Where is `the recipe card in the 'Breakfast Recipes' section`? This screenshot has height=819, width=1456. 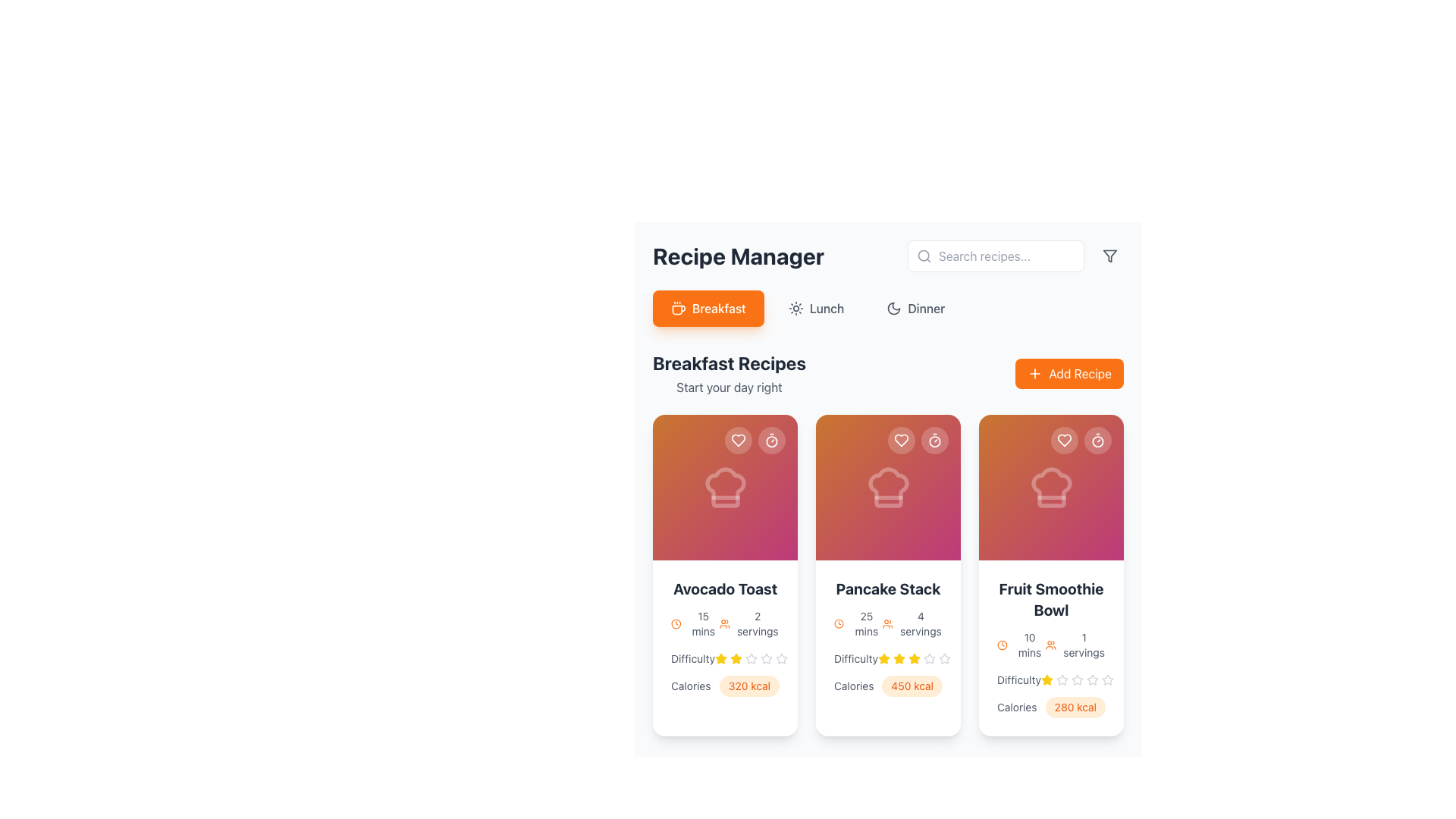 the recipe card in the 'Breakfast Recipes' section is located at coordinates (888, 576).